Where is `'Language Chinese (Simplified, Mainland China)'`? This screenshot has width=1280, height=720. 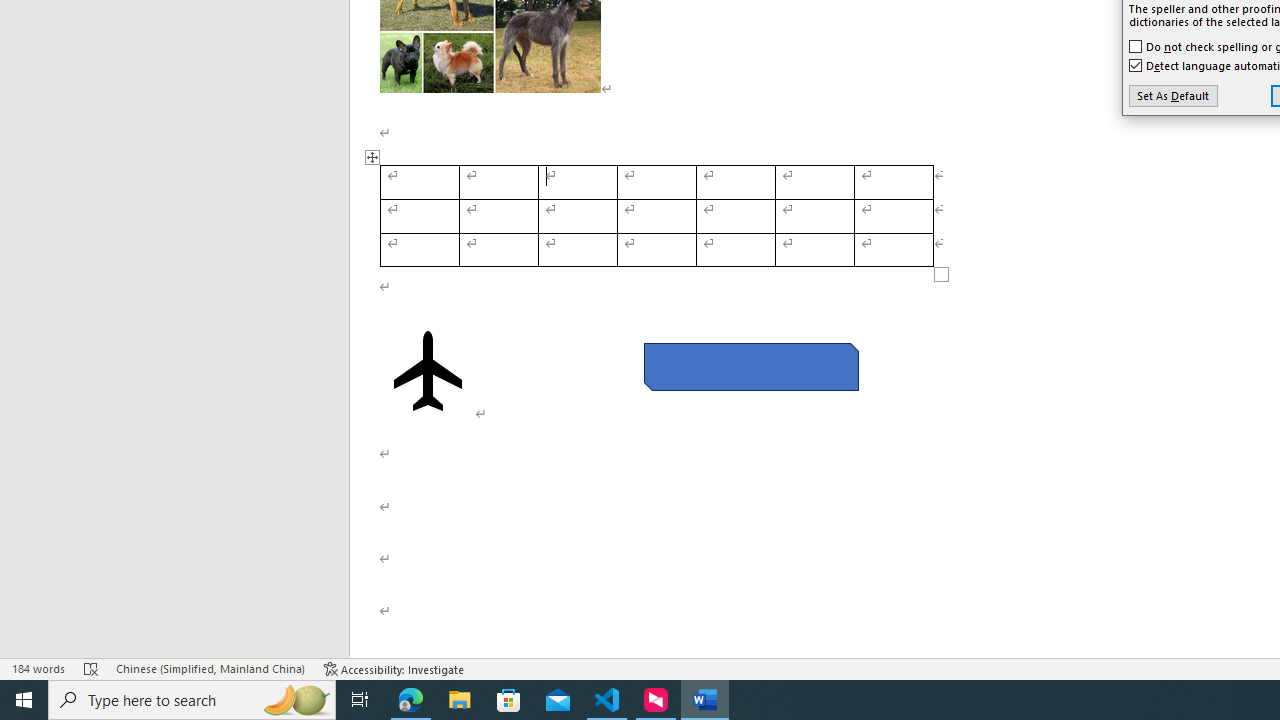
'Language Chinese (Simplified, Mainland China)' is located at coordinates (210, 669).